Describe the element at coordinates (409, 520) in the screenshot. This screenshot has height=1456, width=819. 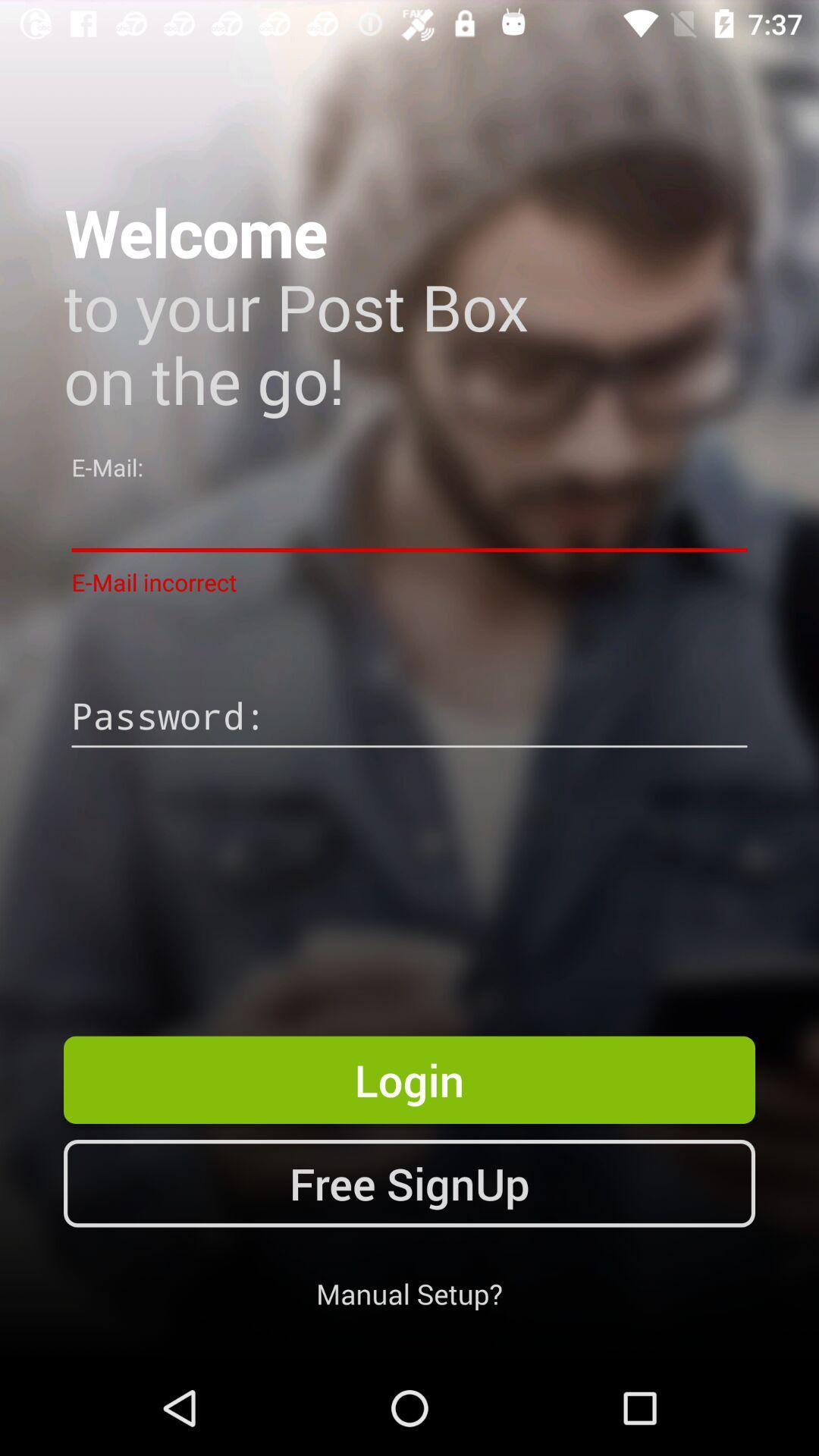
I see `the icon below the on the go!` at that location.